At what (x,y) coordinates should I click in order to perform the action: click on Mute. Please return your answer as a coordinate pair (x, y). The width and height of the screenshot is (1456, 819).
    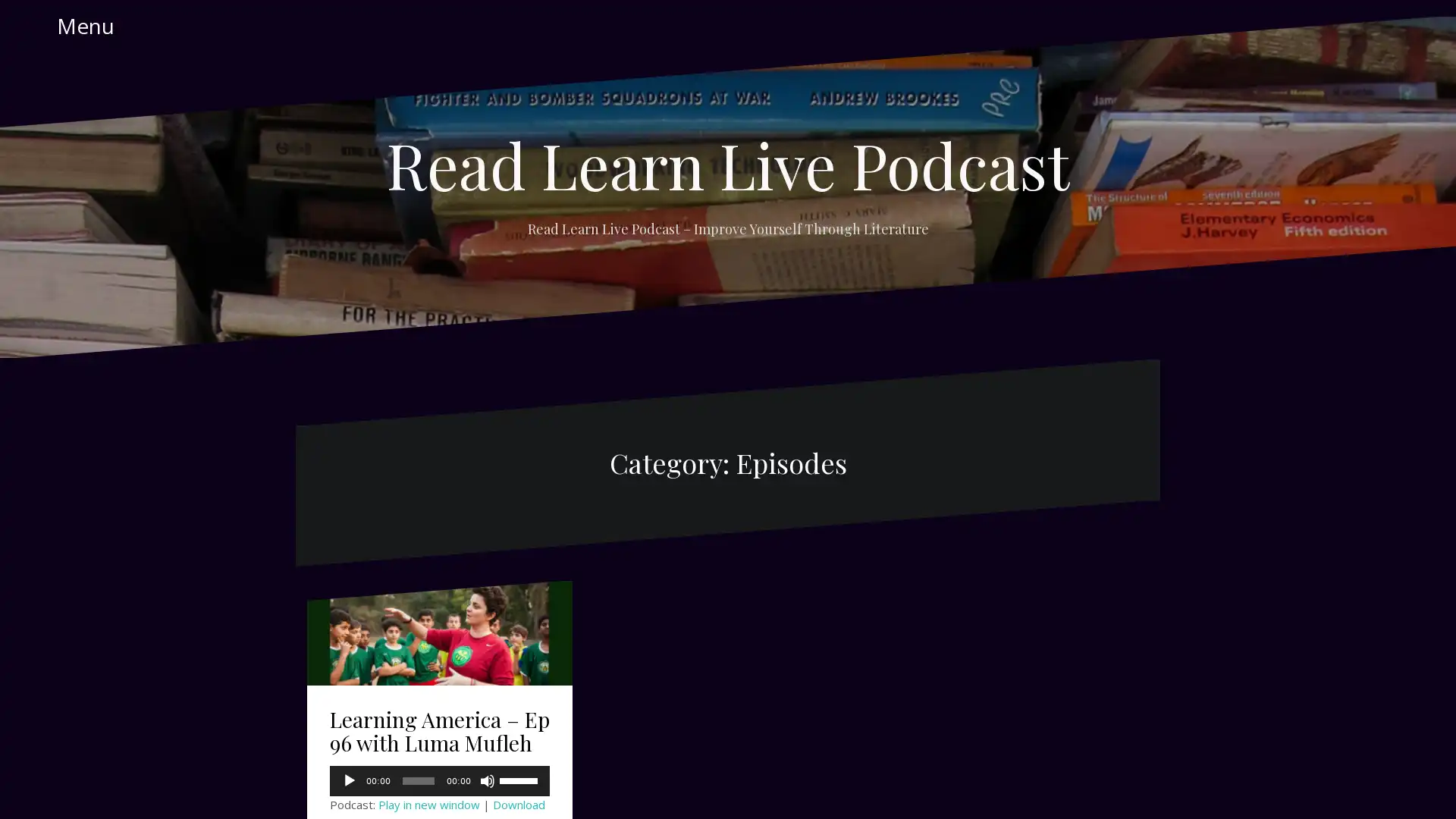
    Looking at the image, I should click on (488, 780).